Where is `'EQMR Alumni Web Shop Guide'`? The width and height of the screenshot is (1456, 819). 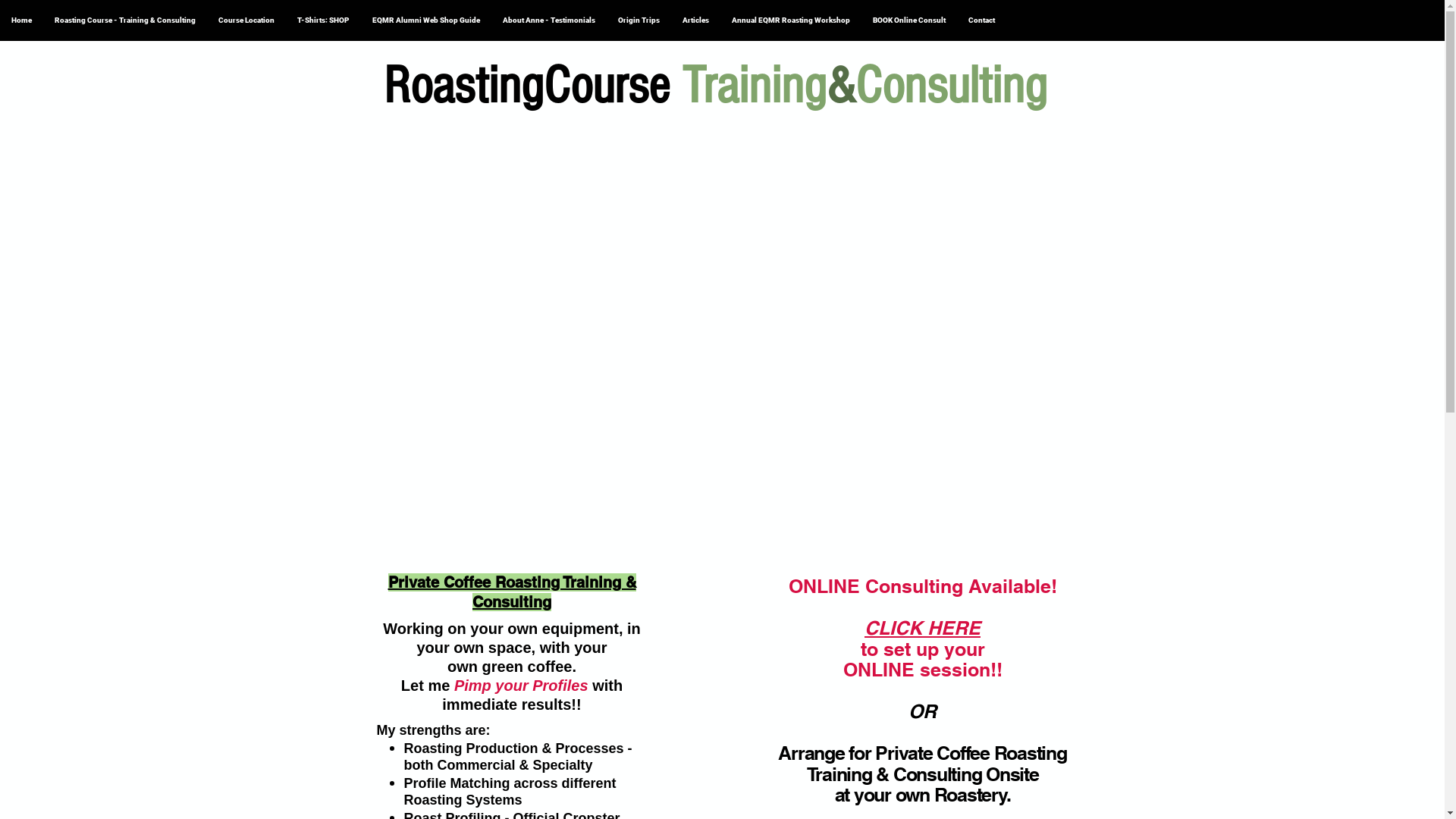 'EQMR Alumni Web Shop Guide' is located at coordinates (425, 20).